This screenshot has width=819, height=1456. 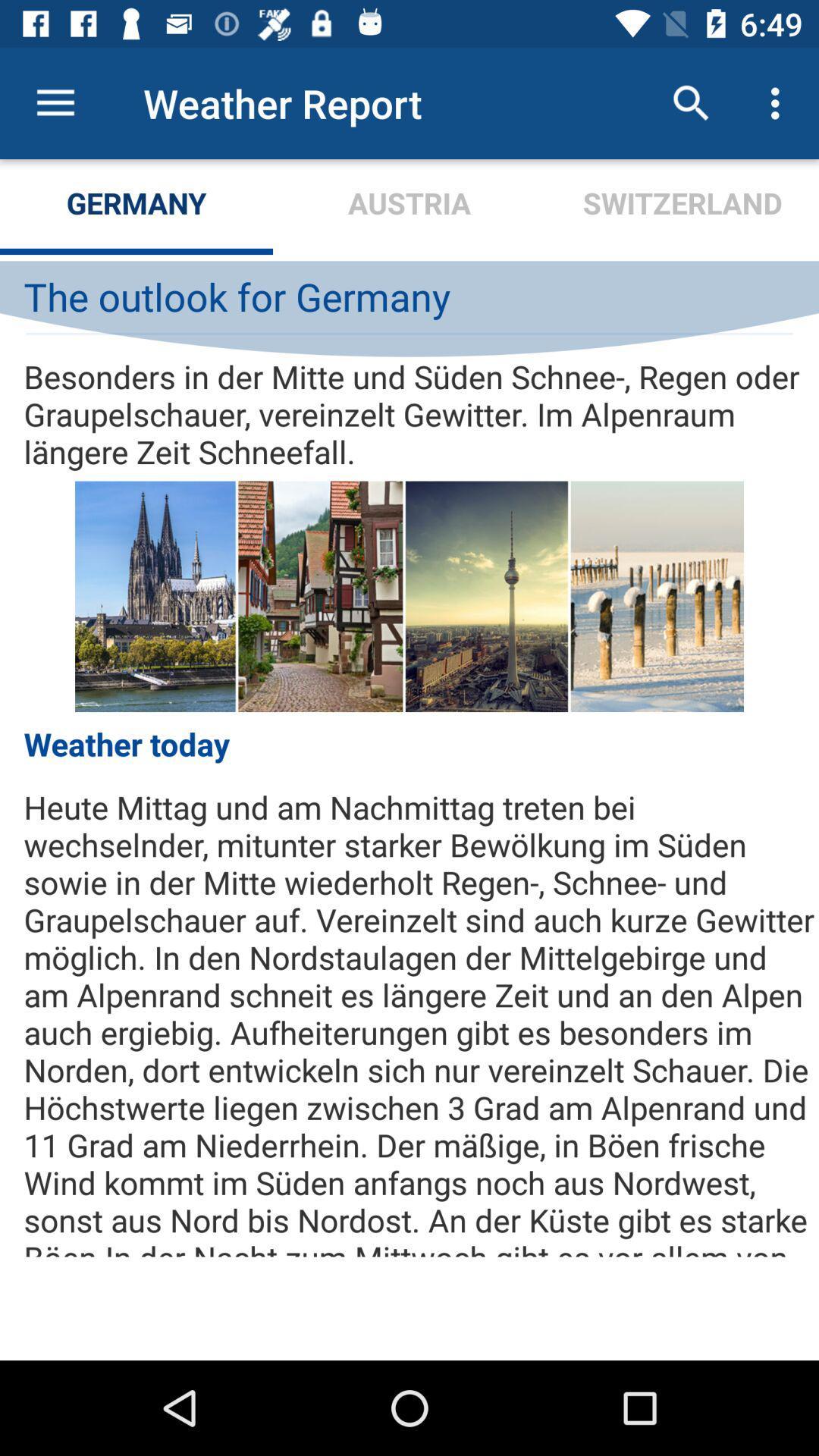 What do you see at coordinates (779, 102) in the screenshot?
I see `the item above the switzerland item` at bounding box center [779, 102].